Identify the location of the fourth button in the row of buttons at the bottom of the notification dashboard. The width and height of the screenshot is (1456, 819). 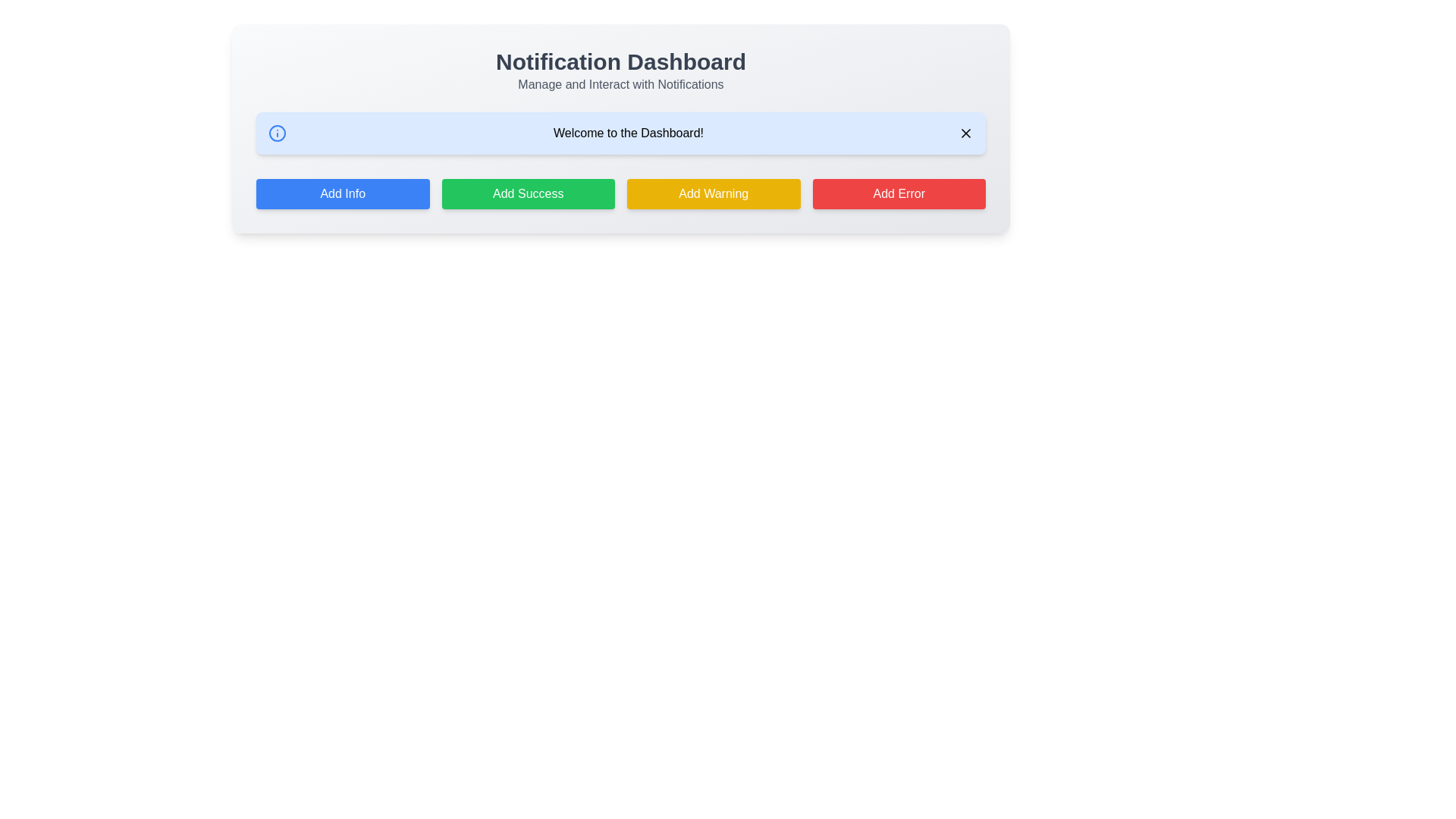
(899, 193).